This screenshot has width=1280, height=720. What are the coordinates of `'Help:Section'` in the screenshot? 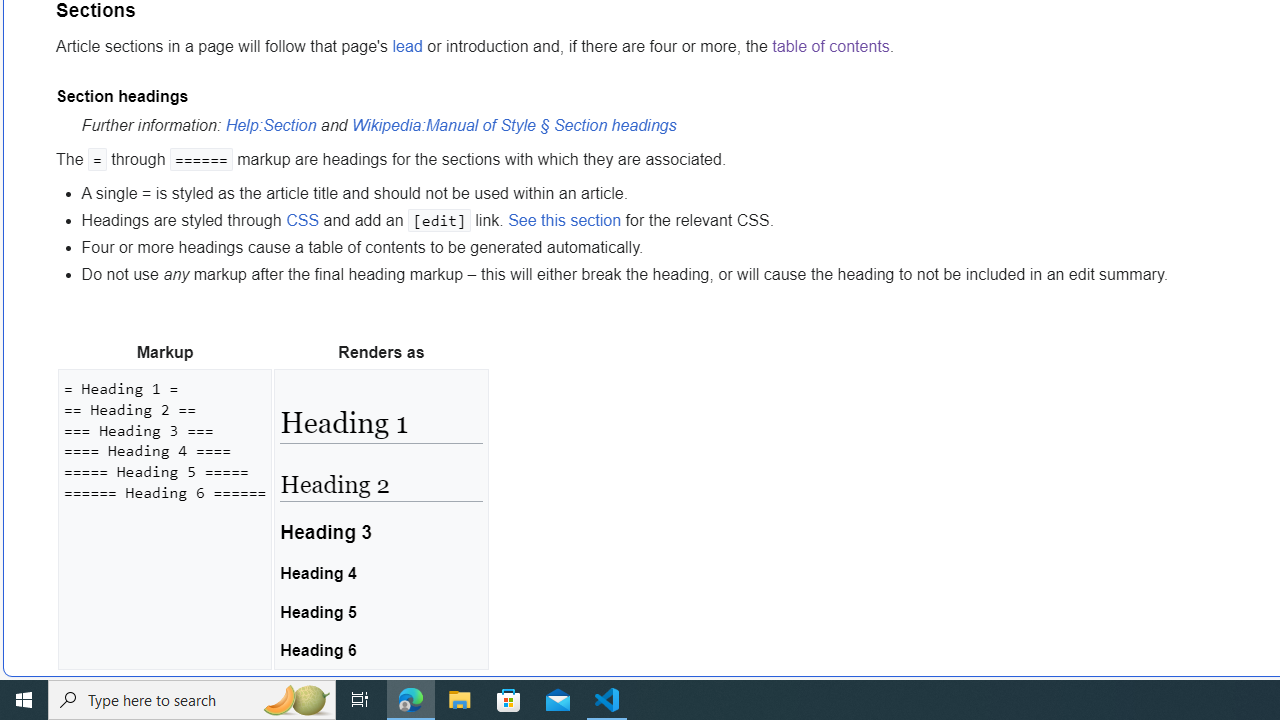 It's located at (270, 125).